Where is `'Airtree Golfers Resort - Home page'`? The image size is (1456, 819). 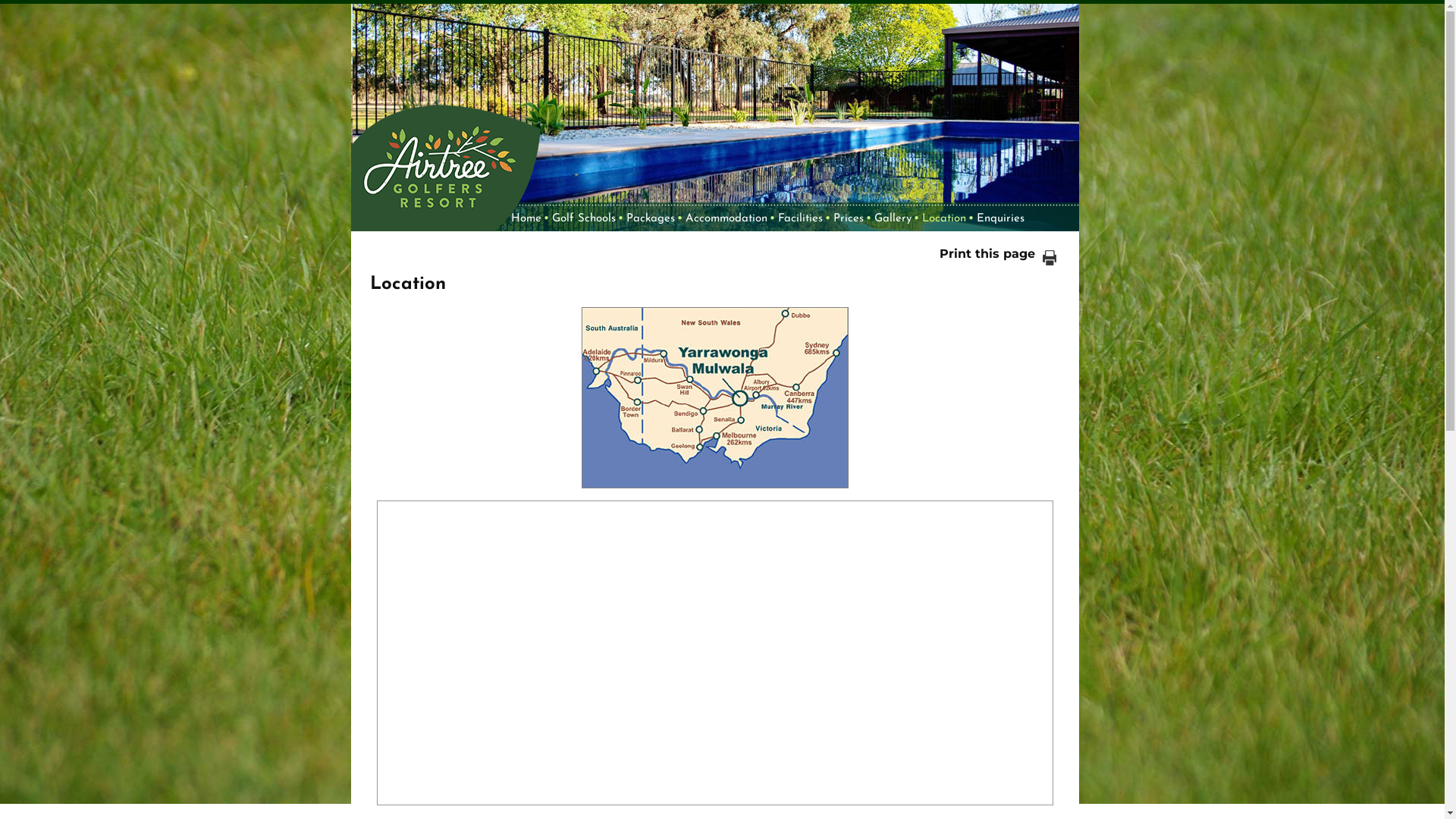
'Airtree Golfers Resort - Home page' is located at coordinates (444, 158).